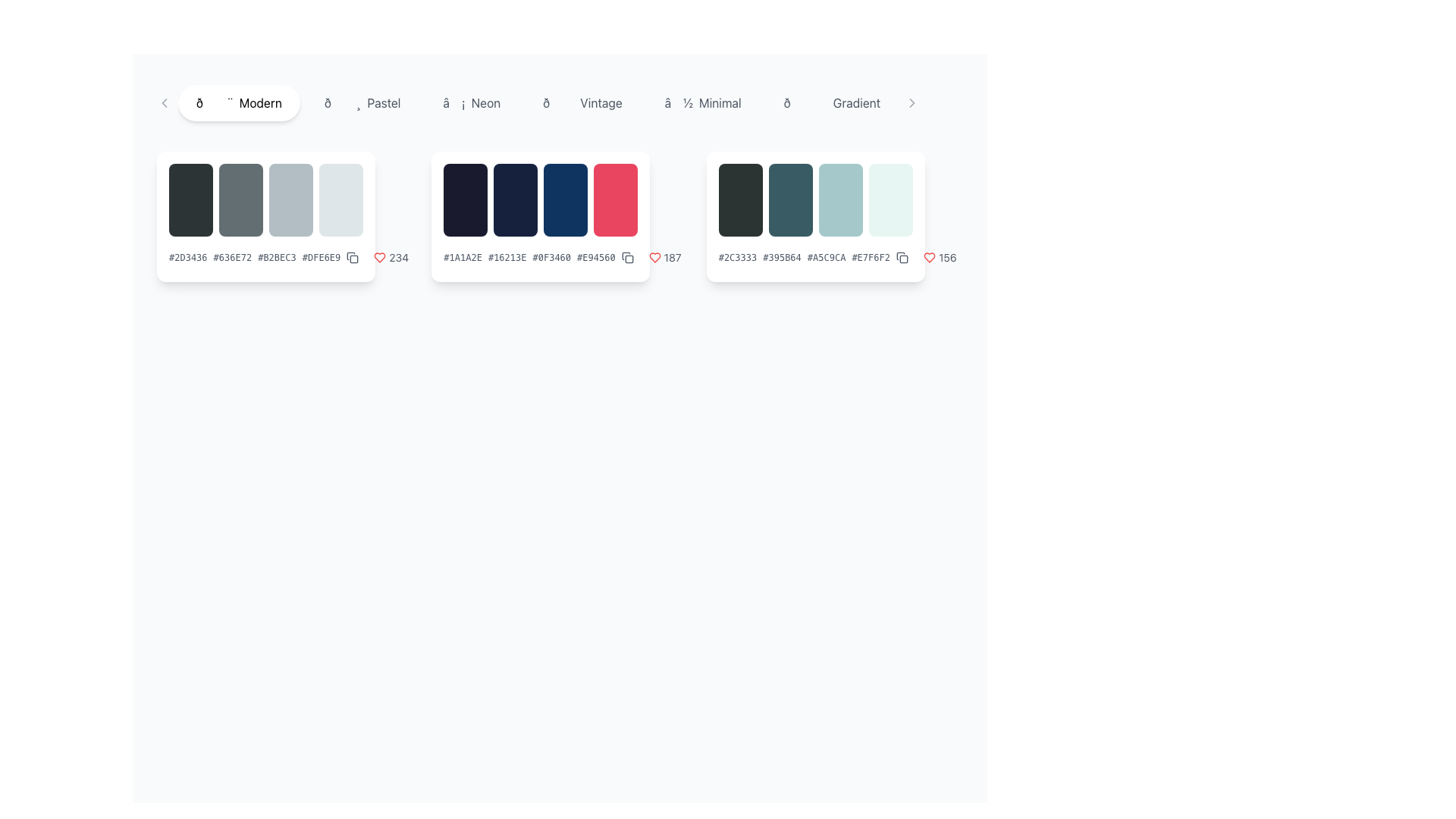 This screenshot has width=1456, height=819. What do you see at coordinates (541, 216) in the screenshot?
I see `to select the second card in the grid displaying the color palette and related features, which is centered between two other cards` at bounding box center [541, 216].